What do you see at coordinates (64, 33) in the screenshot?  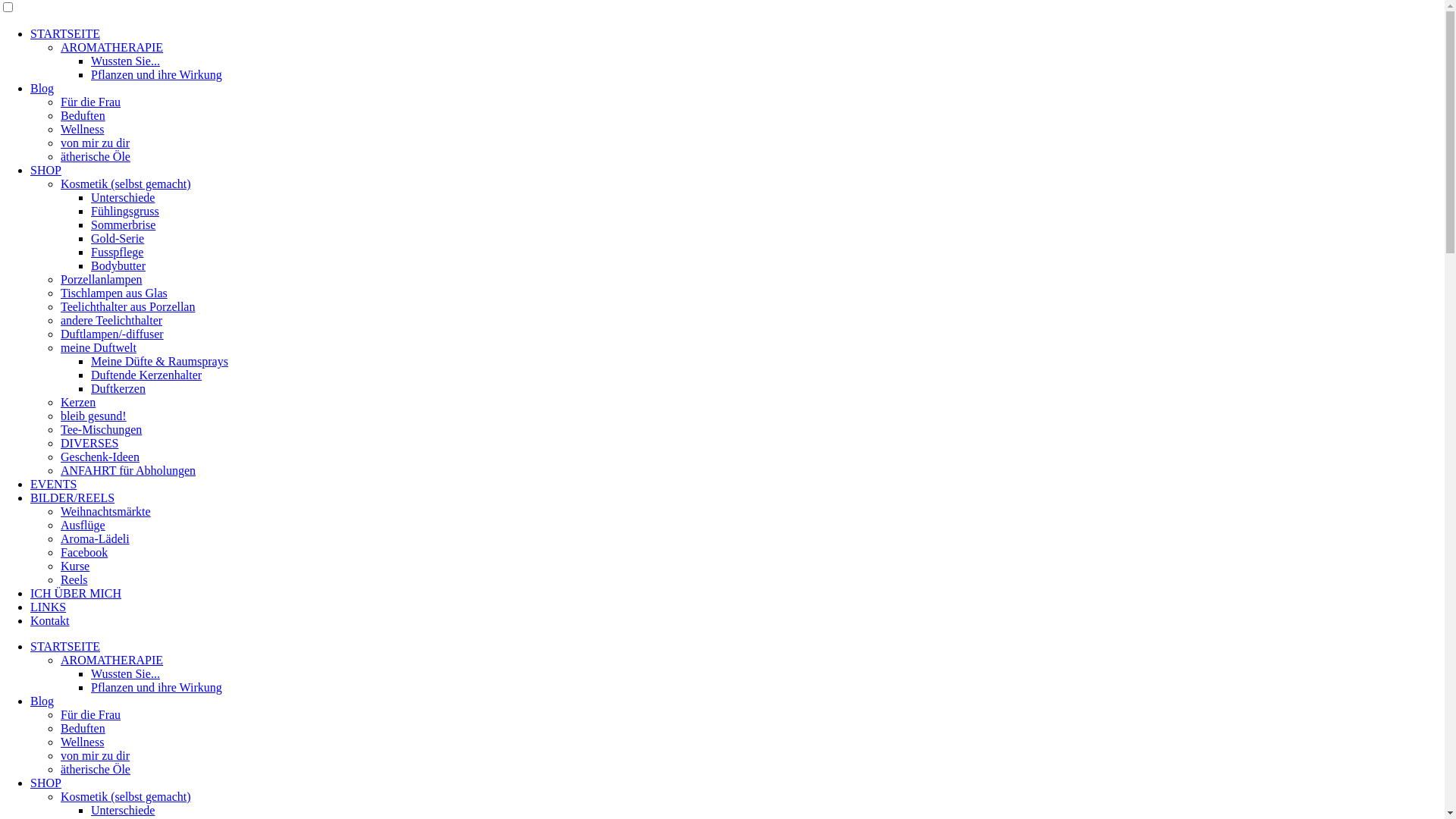 I see `'STARTSEITE'` at bounding box center [64, 33].